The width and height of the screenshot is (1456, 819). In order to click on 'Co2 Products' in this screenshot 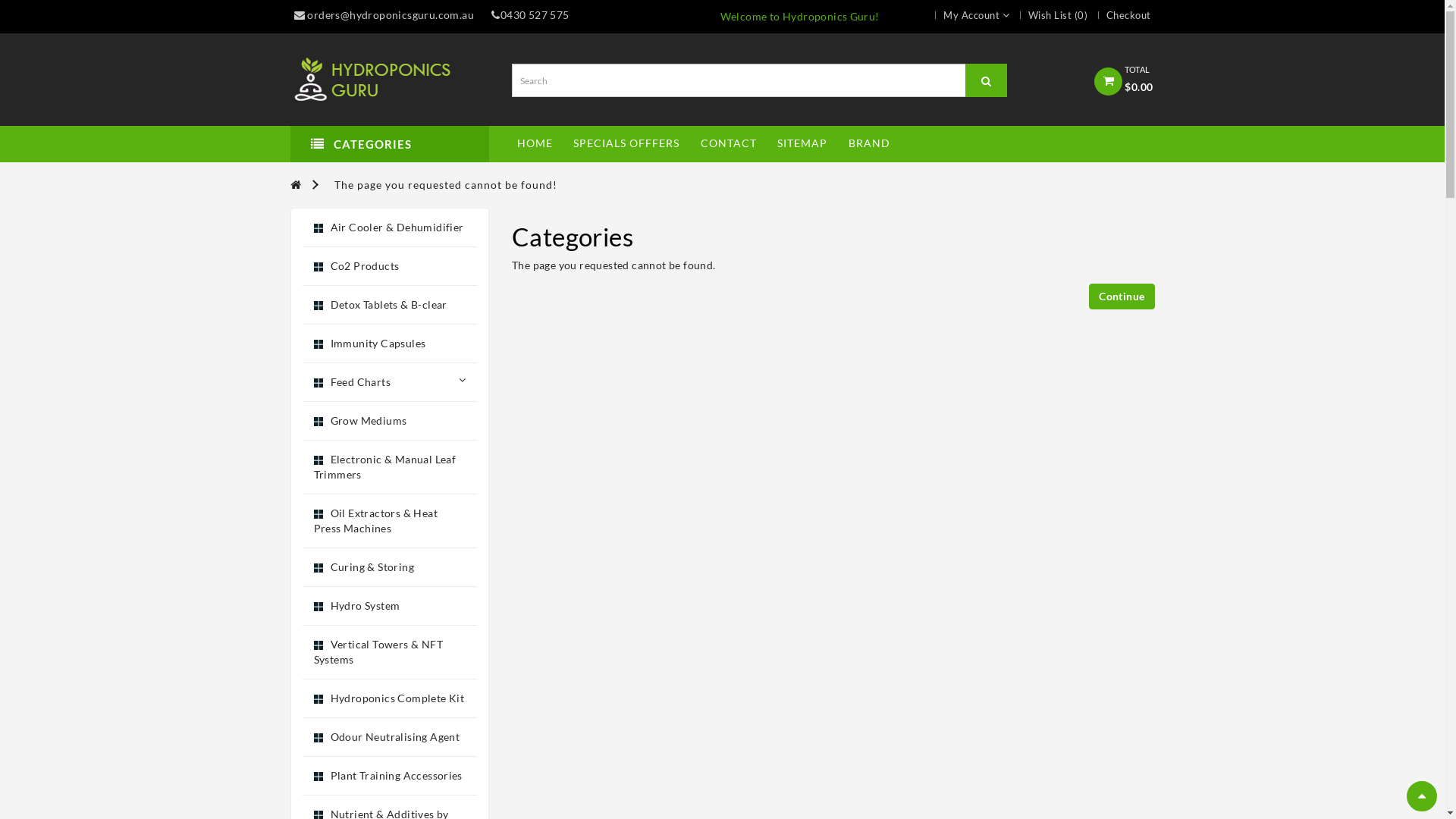, I will do `click(389, 265)`.